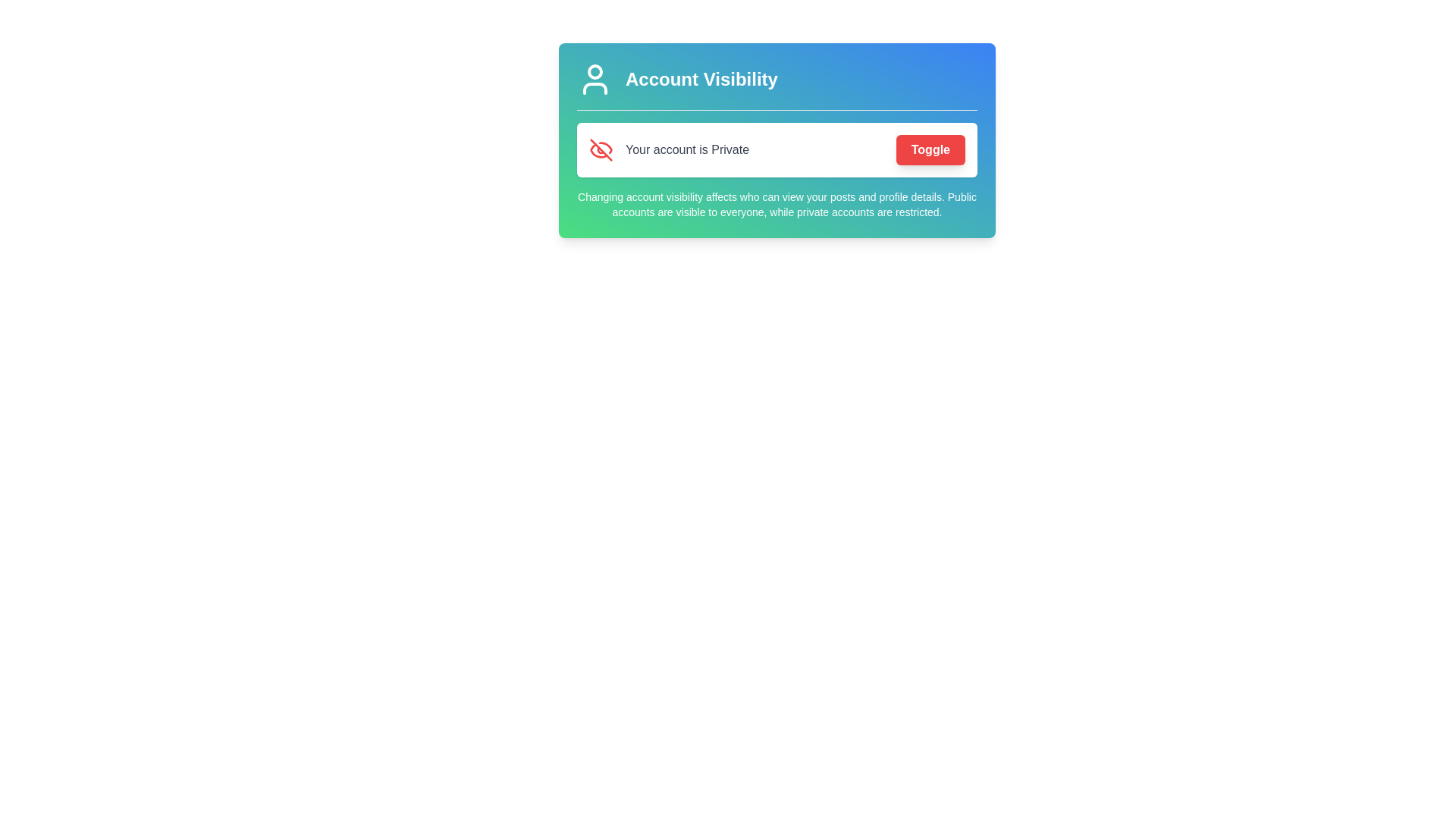 This screenshot has width=1456, height=819. What do you see at coordinates (777, 205) in the screenshot?
I see `the text display explaining the implications of changing account visibility settings, which is located below the toggleable private account status indicator and within a blue-to-green gradient background` at bounding box center [777, 205].